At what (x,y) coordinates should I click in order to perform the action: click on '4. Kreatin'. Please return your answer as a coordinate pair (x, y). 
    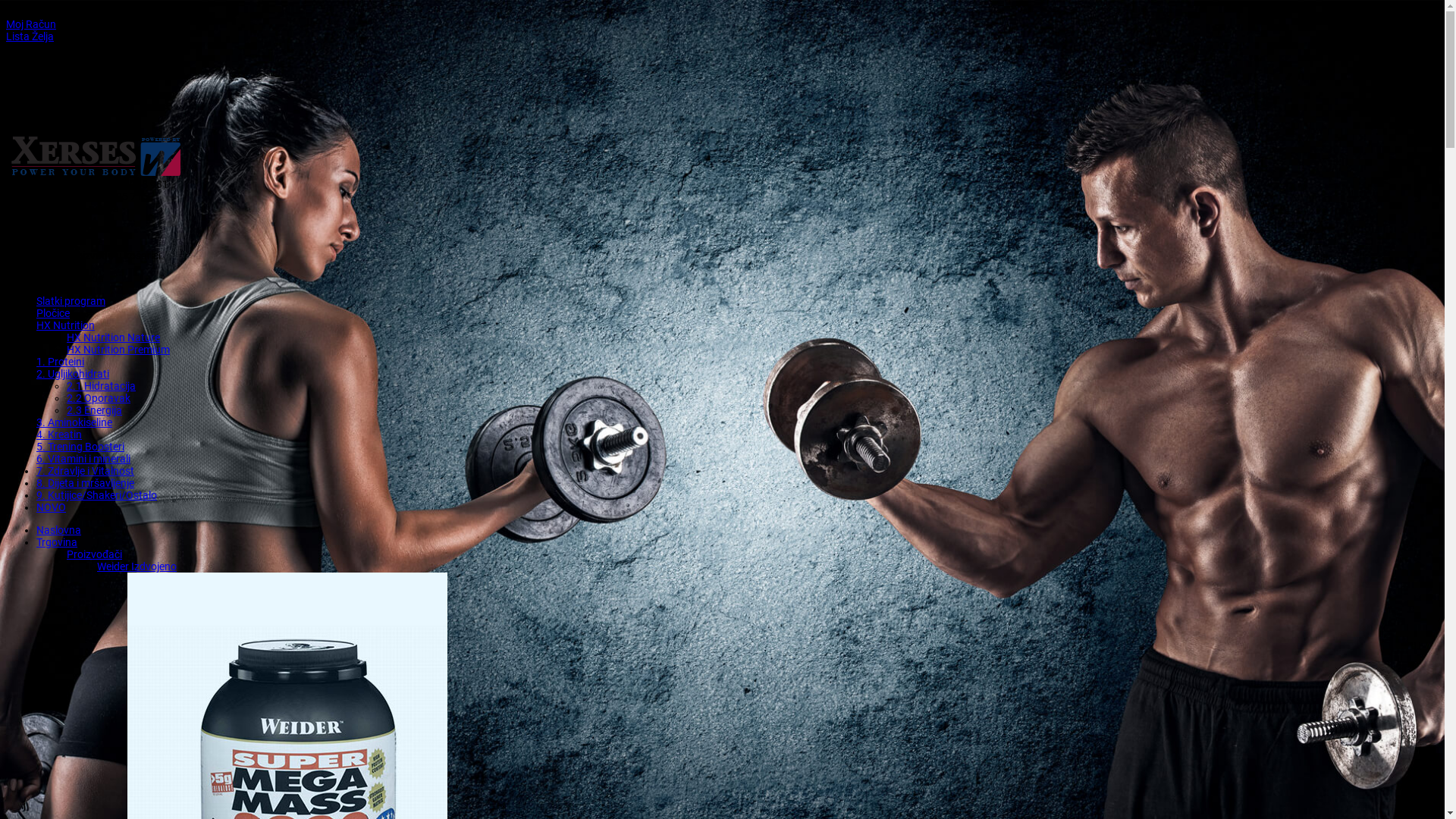
    Looking at the image, I should click on (58, 435).